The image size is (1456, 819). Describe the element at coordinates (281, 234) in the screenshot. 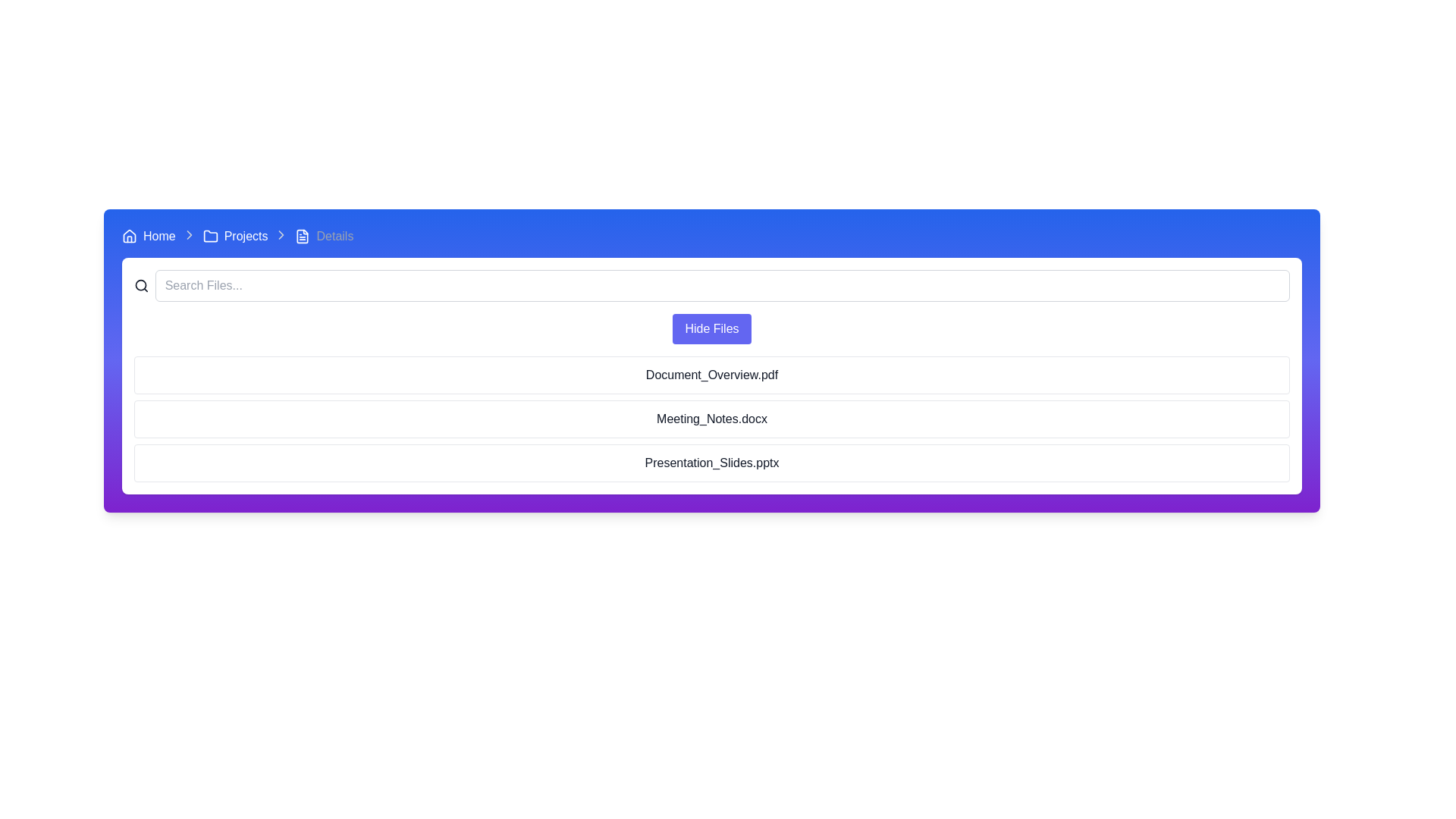

I see `the chevron icon in the breadcrumb navigation bar, located next to the 'Projects' label and before the 'Details' label, which indicates navigation possibility within the structural hierarchy` at that location.